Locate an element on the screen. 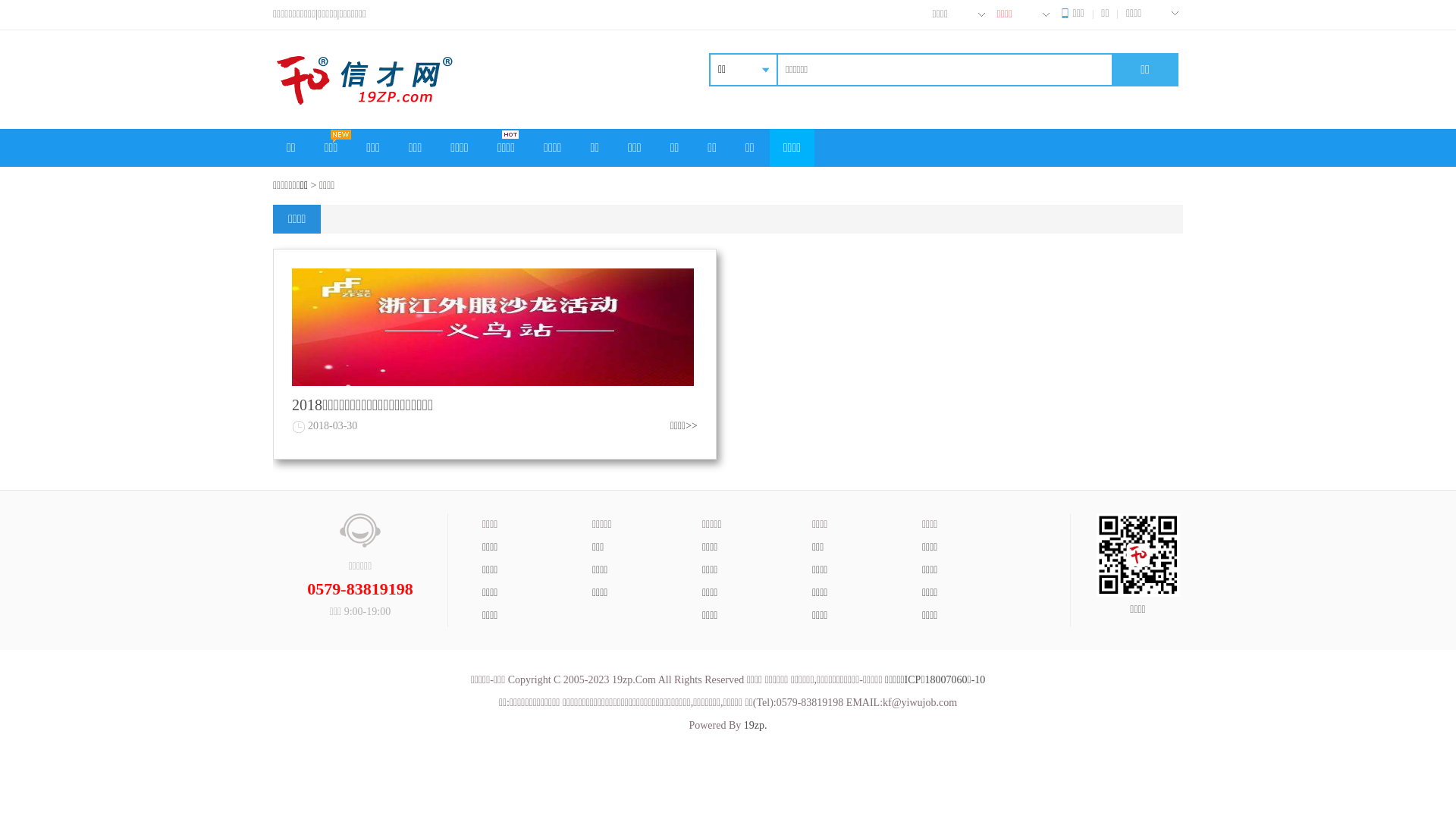 The image size is (1456, 819). '19zp.' is located at coordinates (755, 724).